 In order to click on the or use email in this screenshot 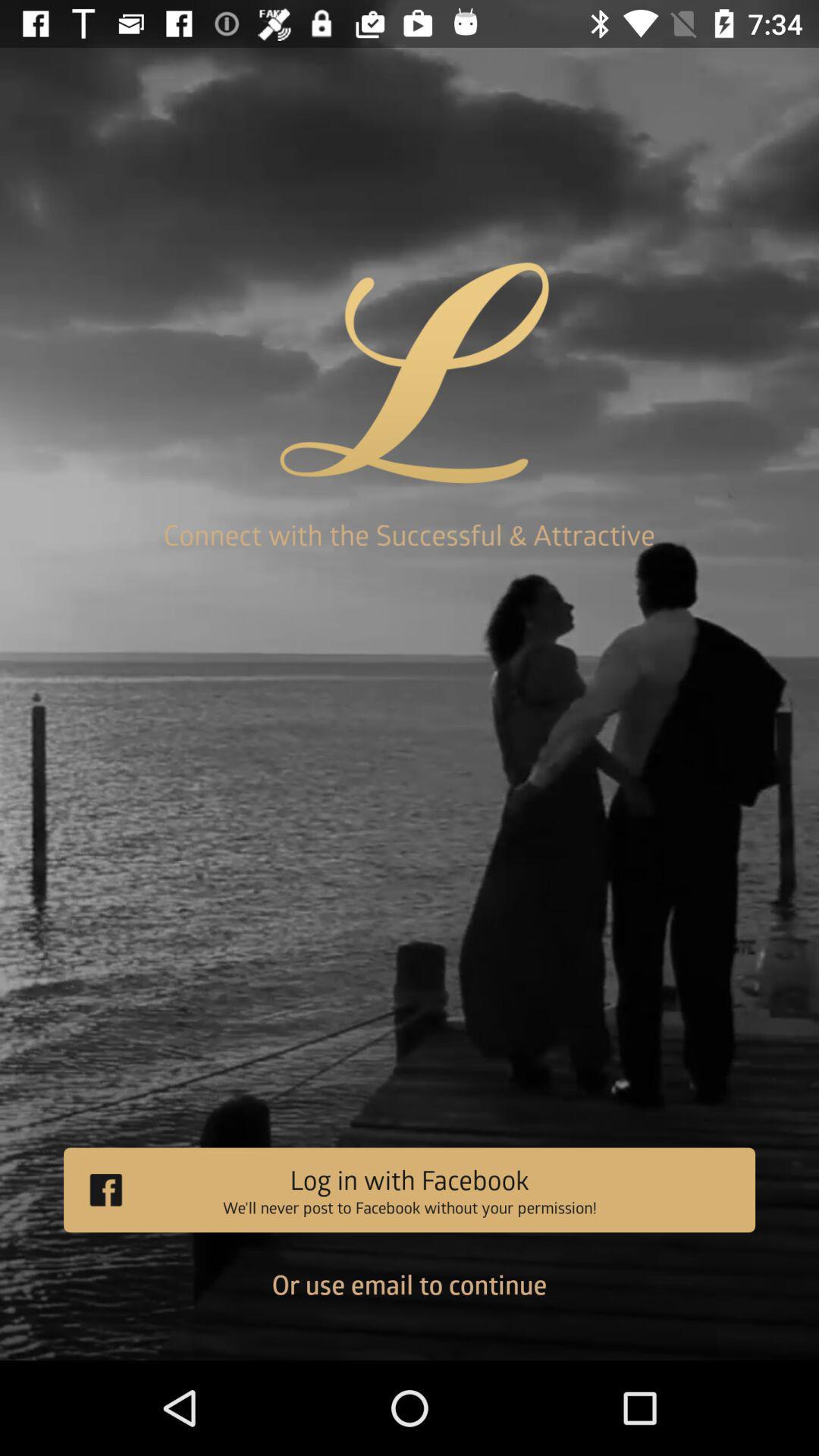, I will do `click(409, 1295)`.